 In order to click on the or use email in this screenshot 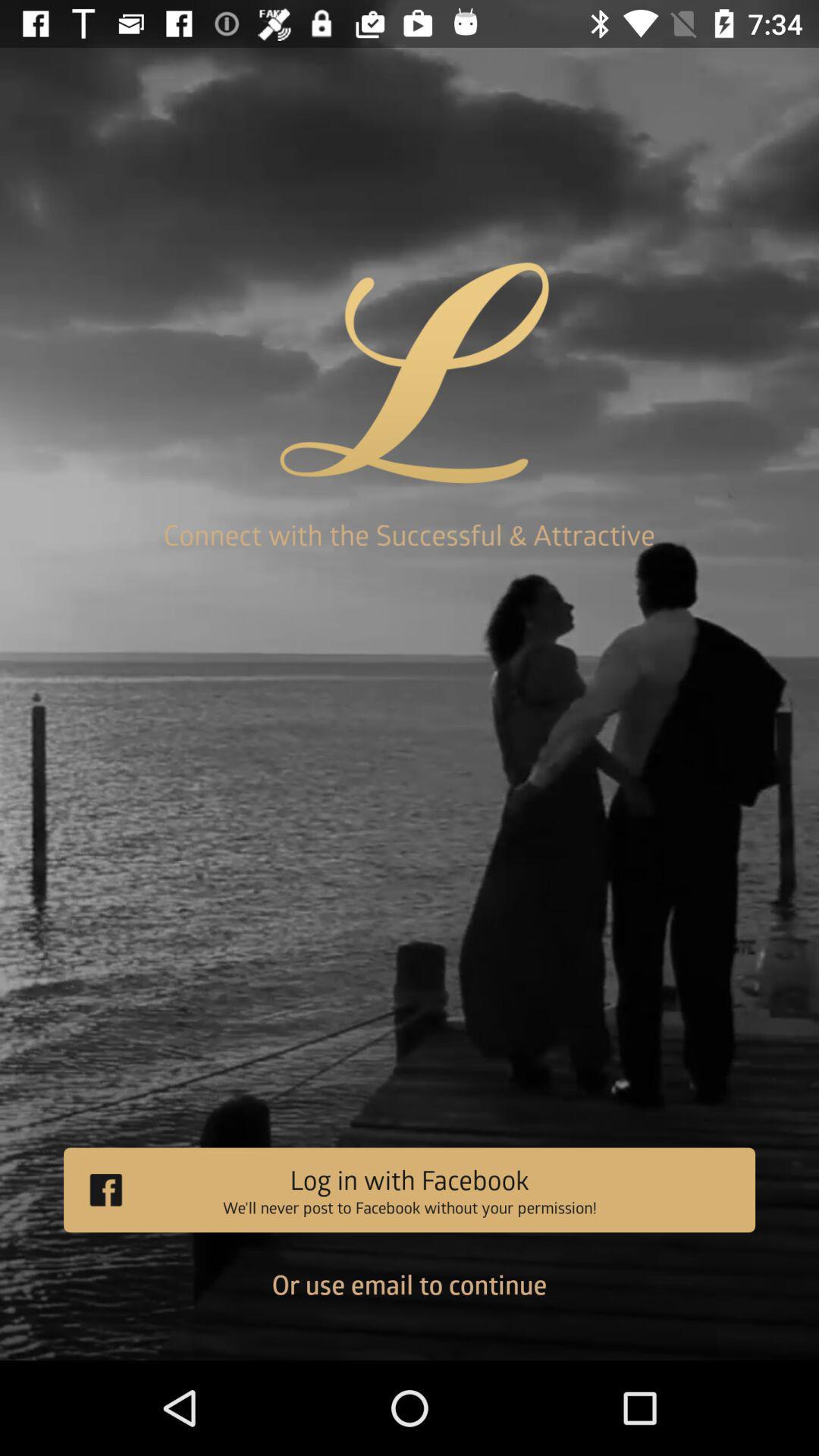, I will do `click(409, 1295)`.